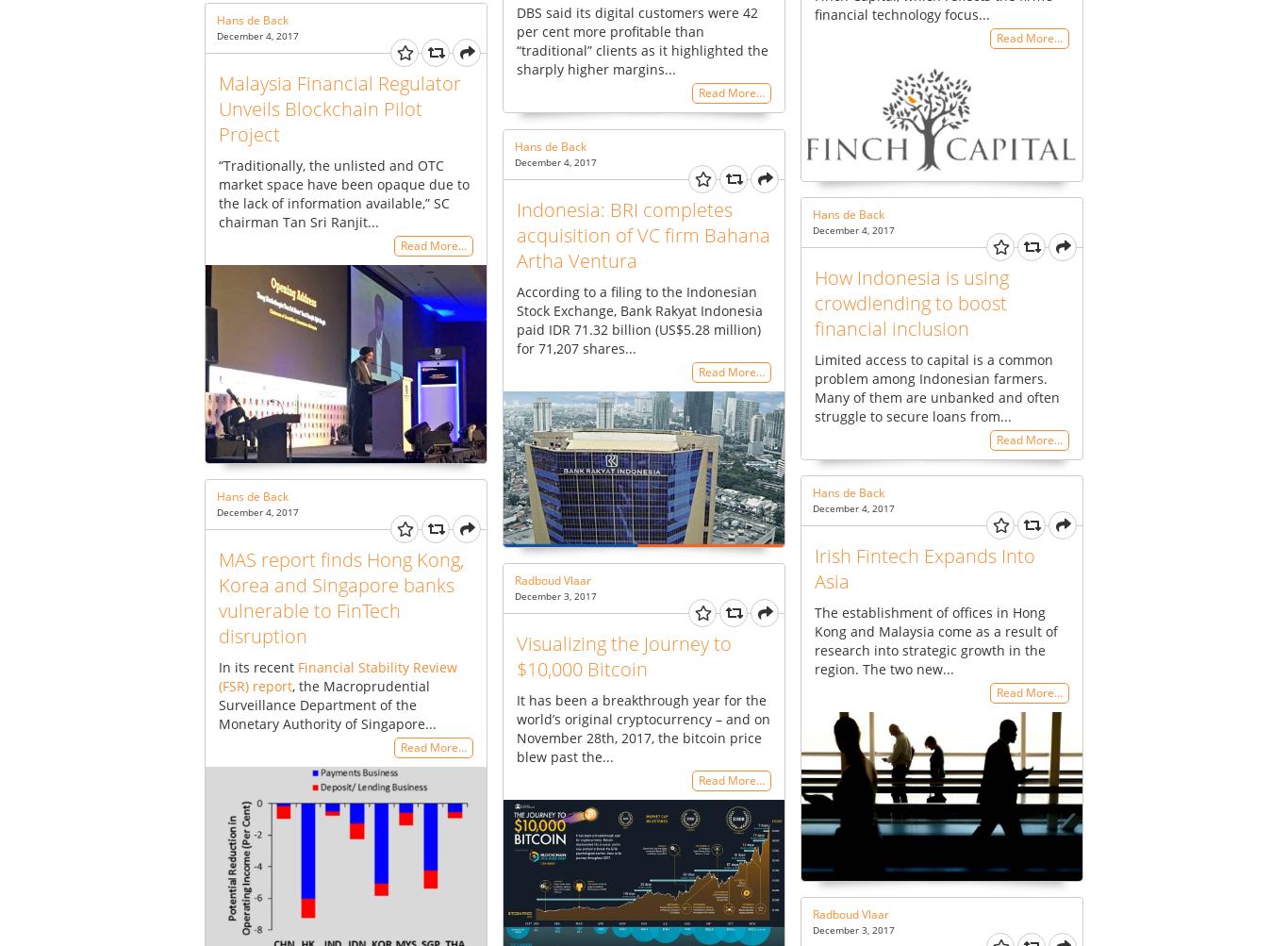  Describe the element at coordinates (517, 40) in the screenshot. I see `'DBS said its digital customers were 42 per cent more profitable than “traditional” clients as it highlighted the sharply higher margins...'` at that location.